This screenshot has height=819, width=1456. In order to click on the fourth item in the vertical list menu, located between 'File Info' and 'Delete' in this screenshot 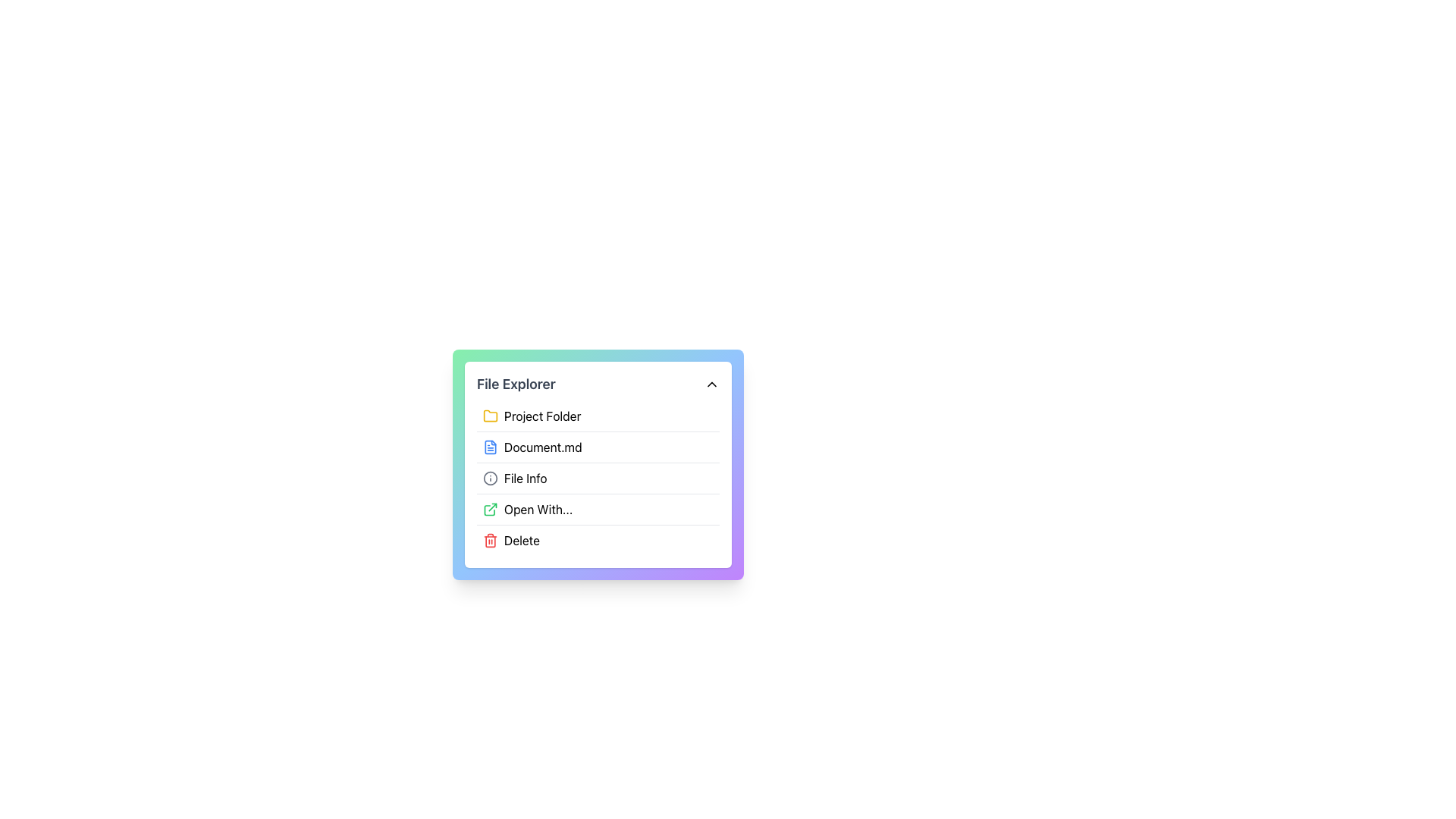, I will do `click(597, 509)`.